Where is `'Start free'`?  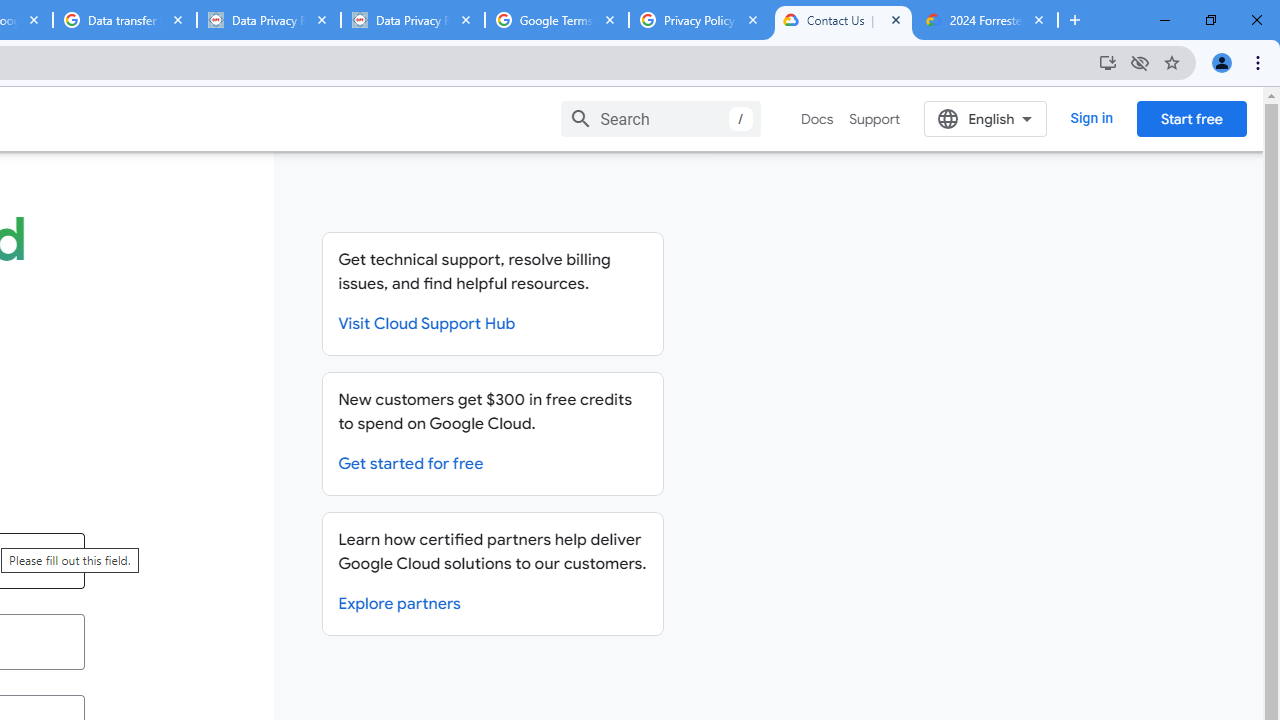 'Start free' is located at coordinates (1191, 118).